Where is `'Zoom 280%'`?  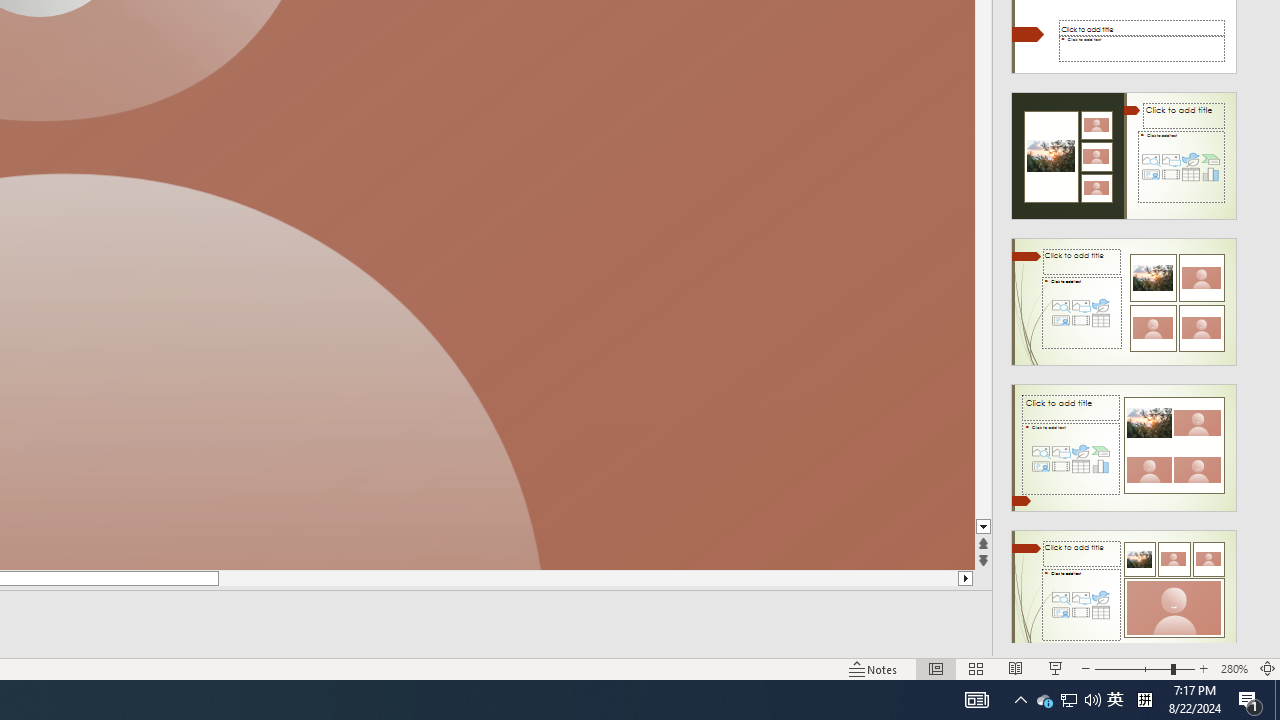
'Zoom 280%' is located at coordinates (1233, 669).